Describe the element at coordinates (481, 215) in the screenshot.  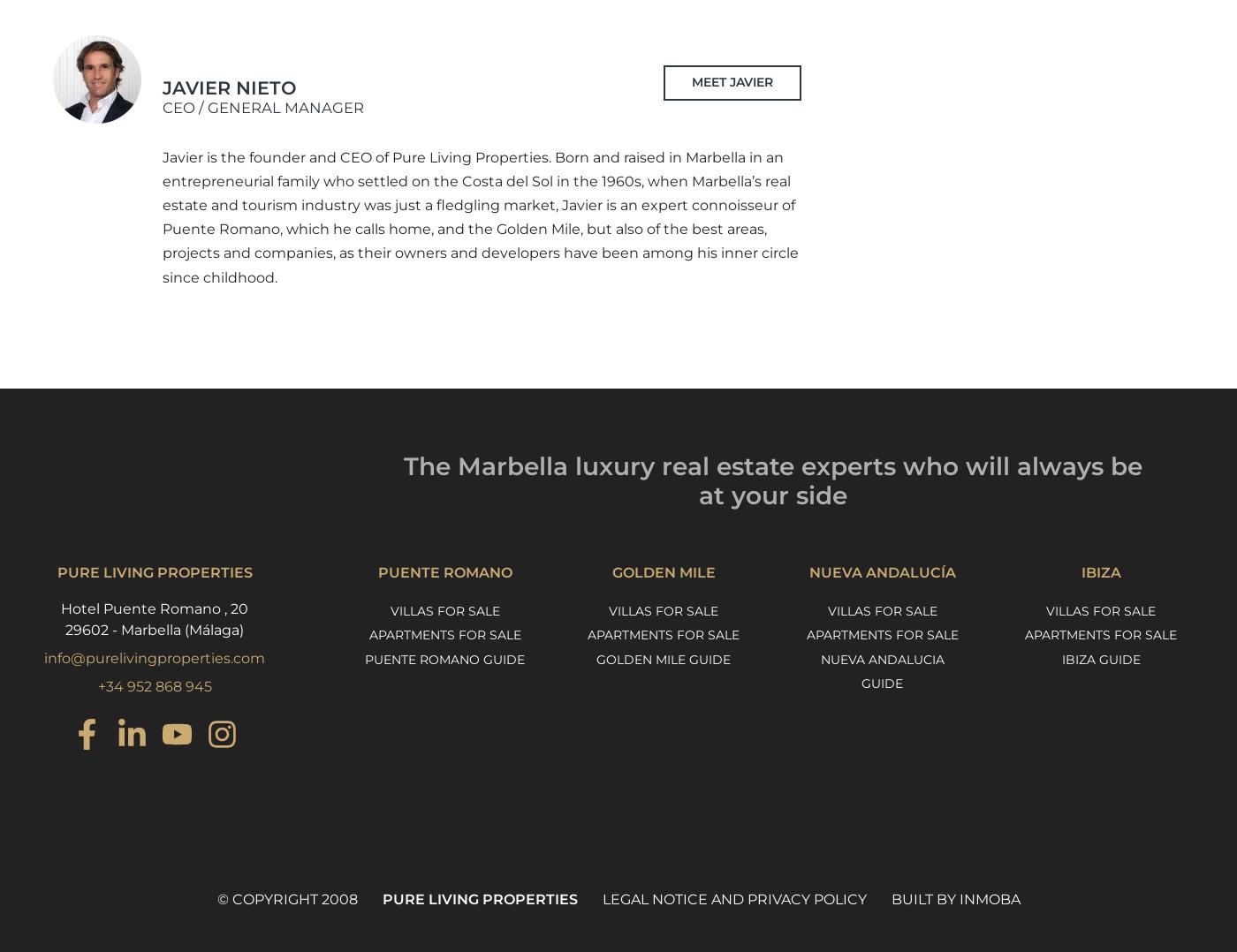
I see `'Javier is the founder and CEO of Pure Living Properties. Born and raised in Marbella in an entrepreneurial family who settled on the Costa del Sol in the 1960s, when Marbella’s real estate and tourism industry was just a fledgling market, Javier is an expert connoisseur of Puente Romano, which he calls home, and the Golden Mile, but also of the best areas, projects and companies, as their owners and developers have been among his inner circle since childhood.'` at that location.